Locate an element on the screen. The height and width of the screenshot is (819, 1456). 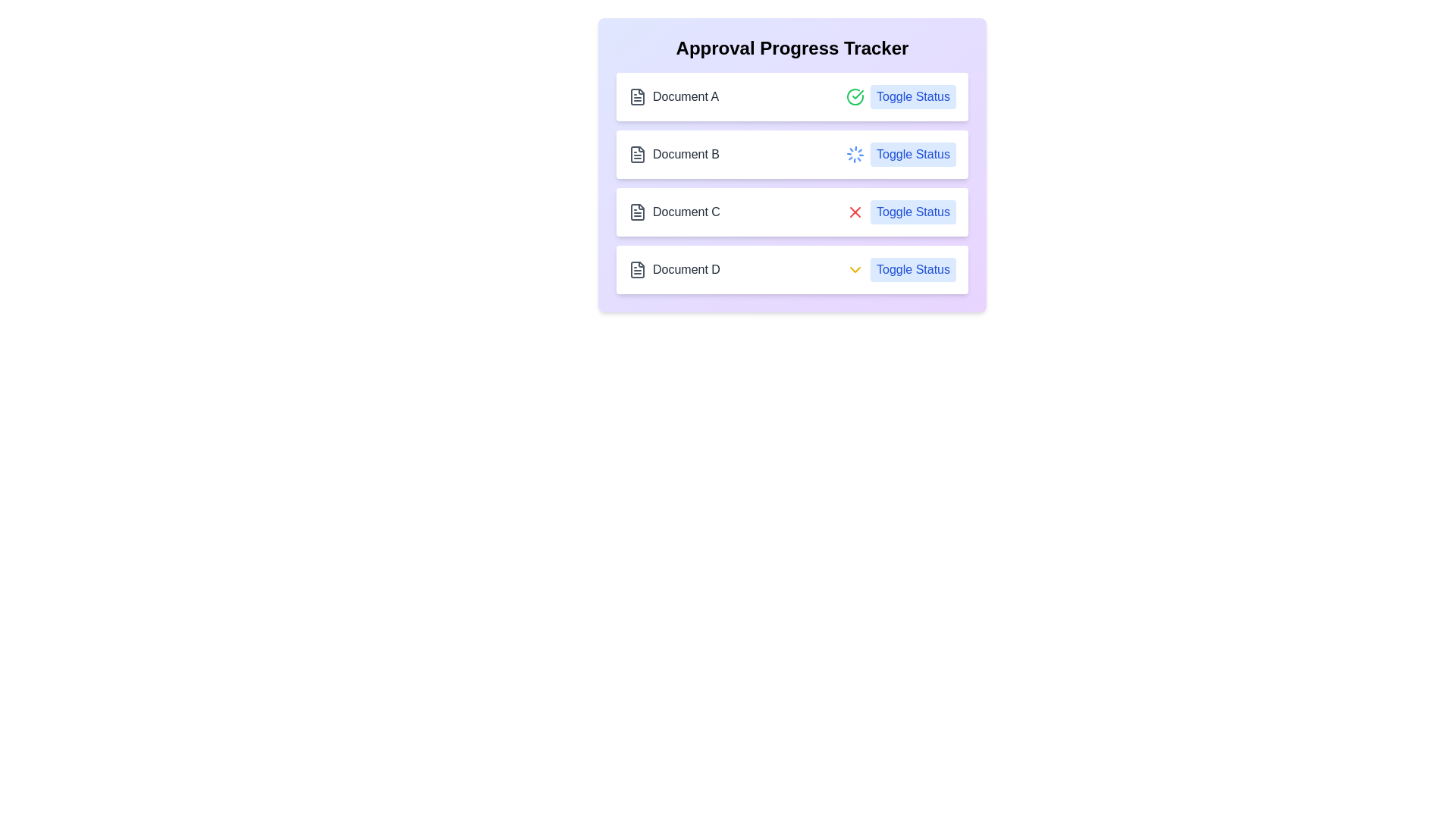
the error icon located to the right of 'Document C' in the vertical list, which indicates an error or rejection status is located at coordinates (855, 212).